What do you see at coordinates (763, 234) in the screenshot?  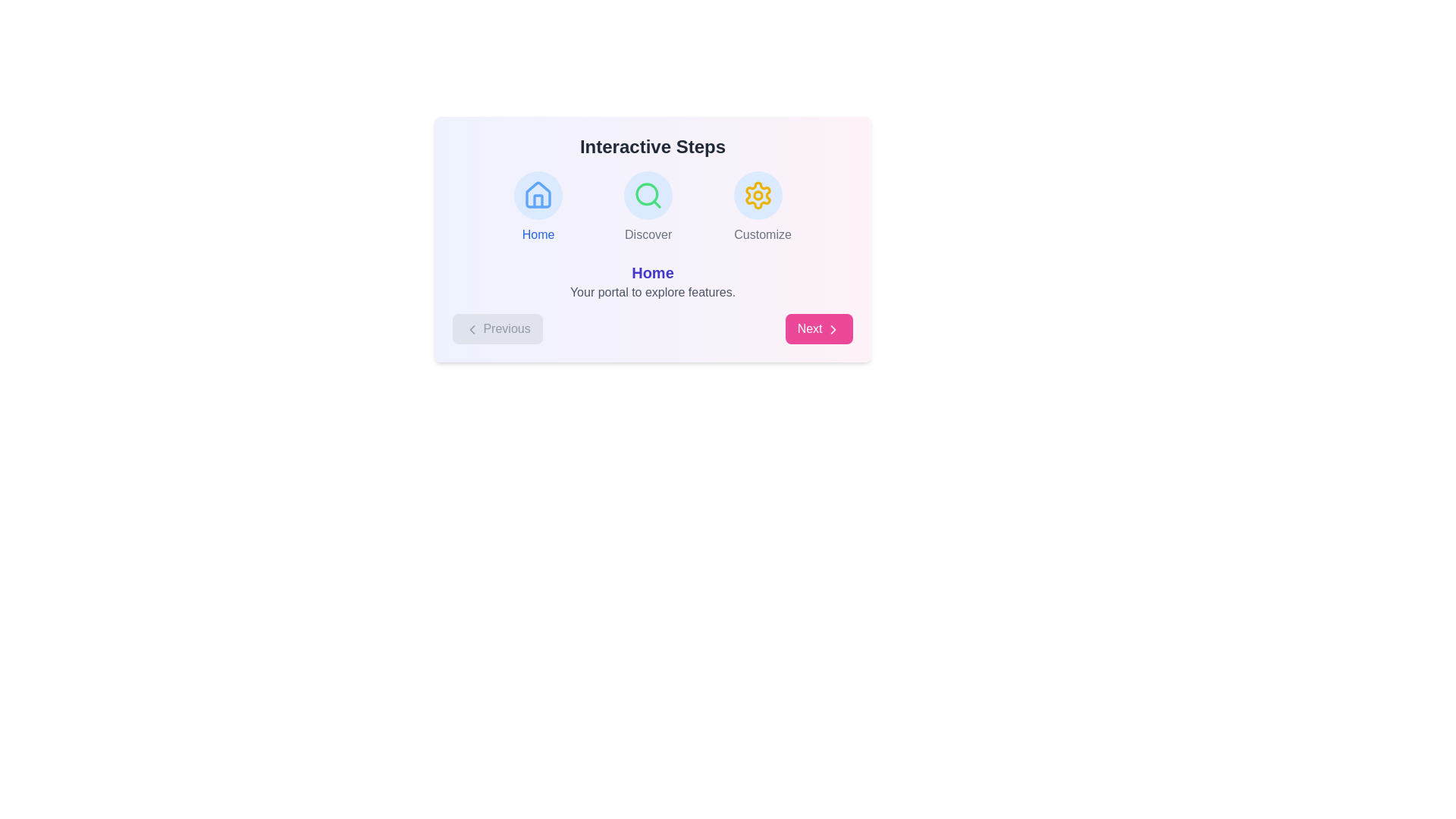 I see `the 'Customize' label, which is styled in a medium gray font and positioned directly beneath the yellow gear icon in the 'Interactive Steps' section` at bounding box center [763, 234].